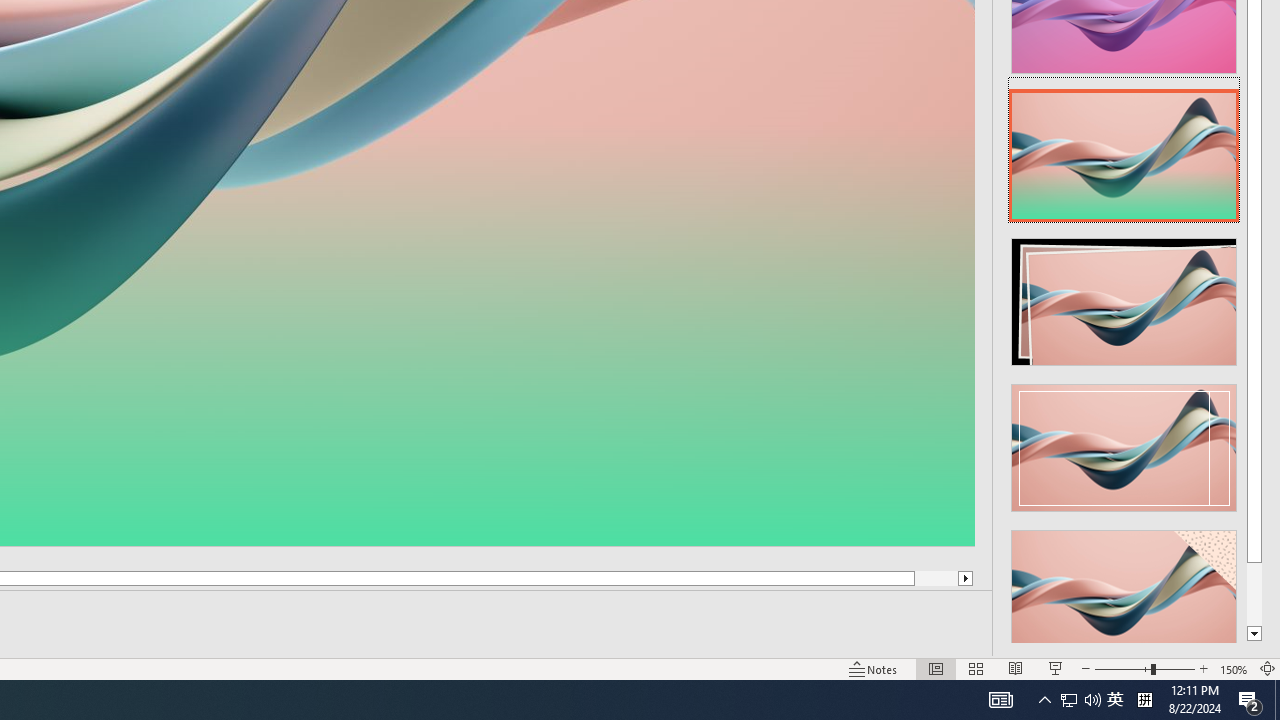 The height and width of the screenshot is (720, 1280). I want to click on 'Slide Show', so click(1055, 669).